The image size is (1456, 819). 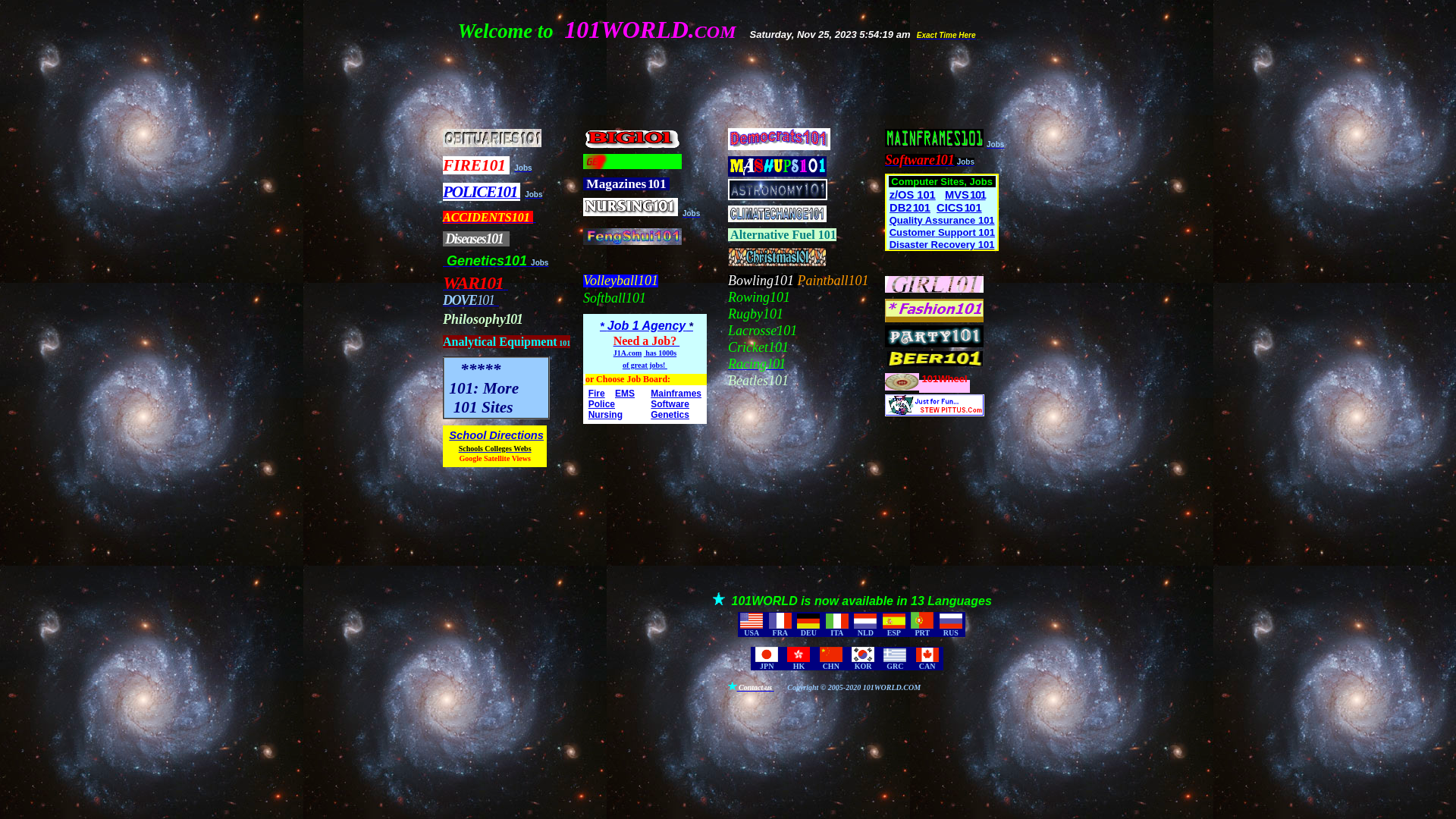 I want to click on 'DEU', so click(x=808, y=632).